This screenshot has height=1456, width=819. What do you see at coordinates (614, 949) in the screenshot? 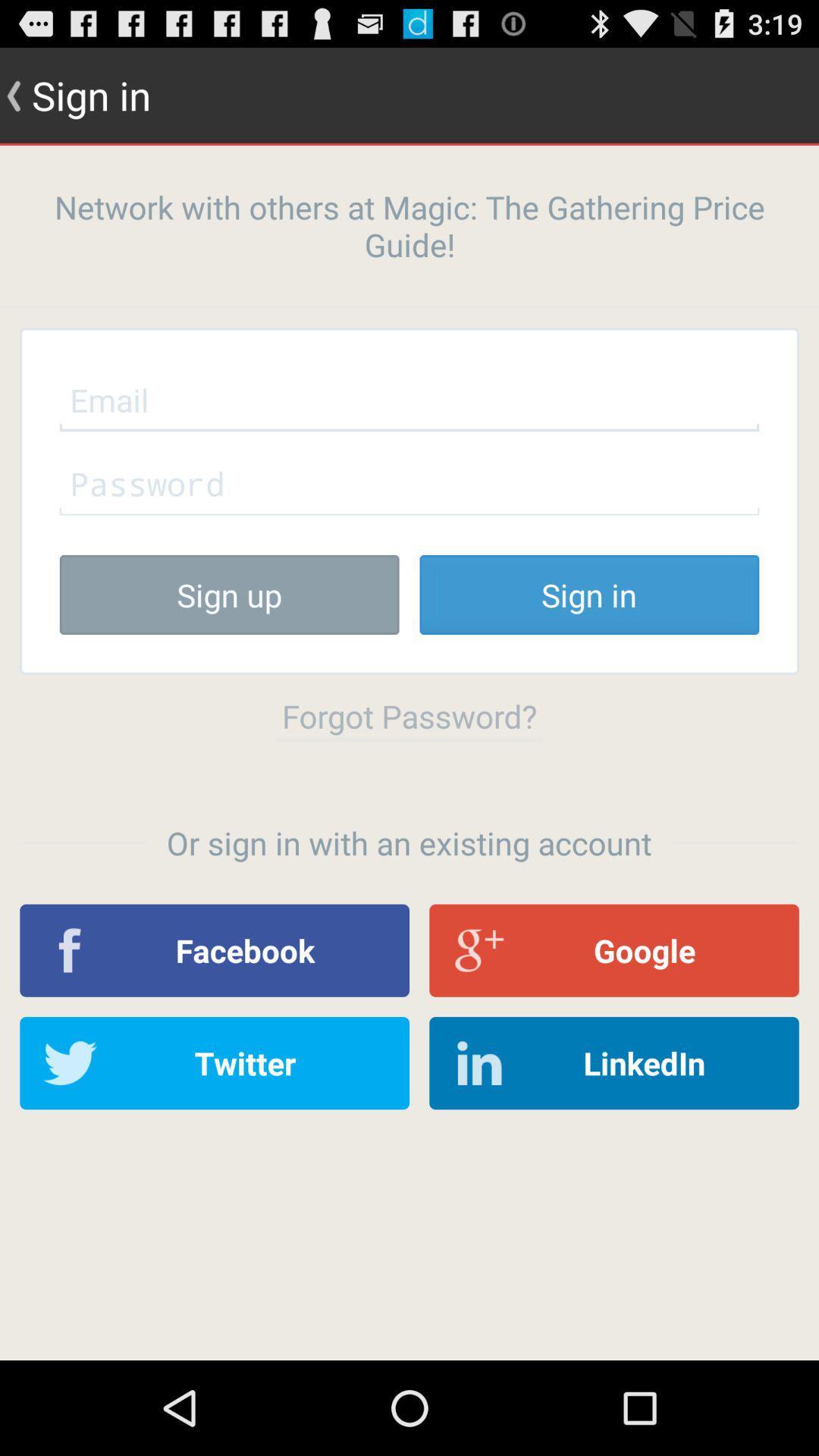
I see `icon to the right of the facebook app` at bounding box center [614, 949].